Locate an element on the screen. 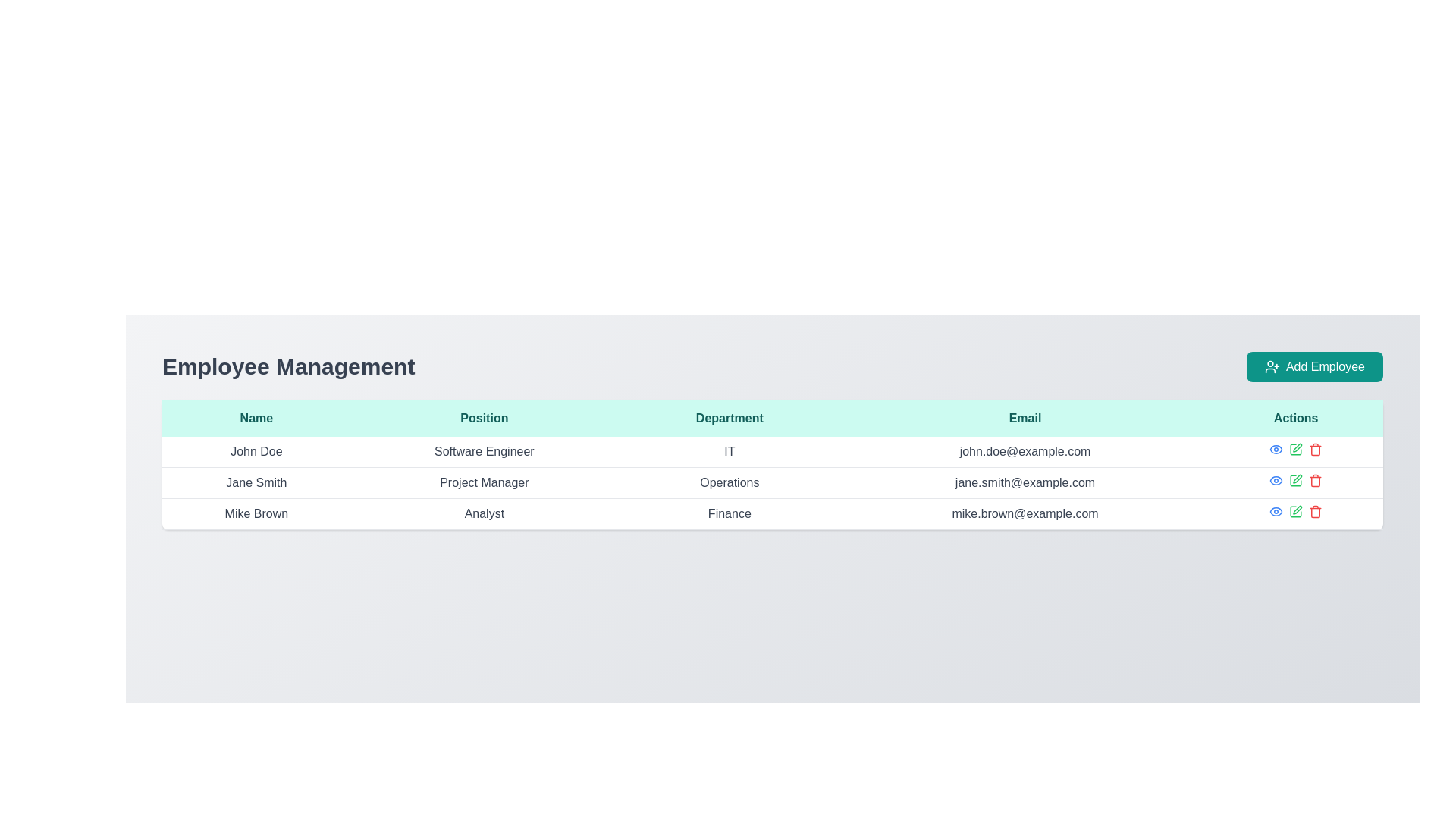  the delete button located in the 'Actions' column of the table is located at coordinates (1315, 480).